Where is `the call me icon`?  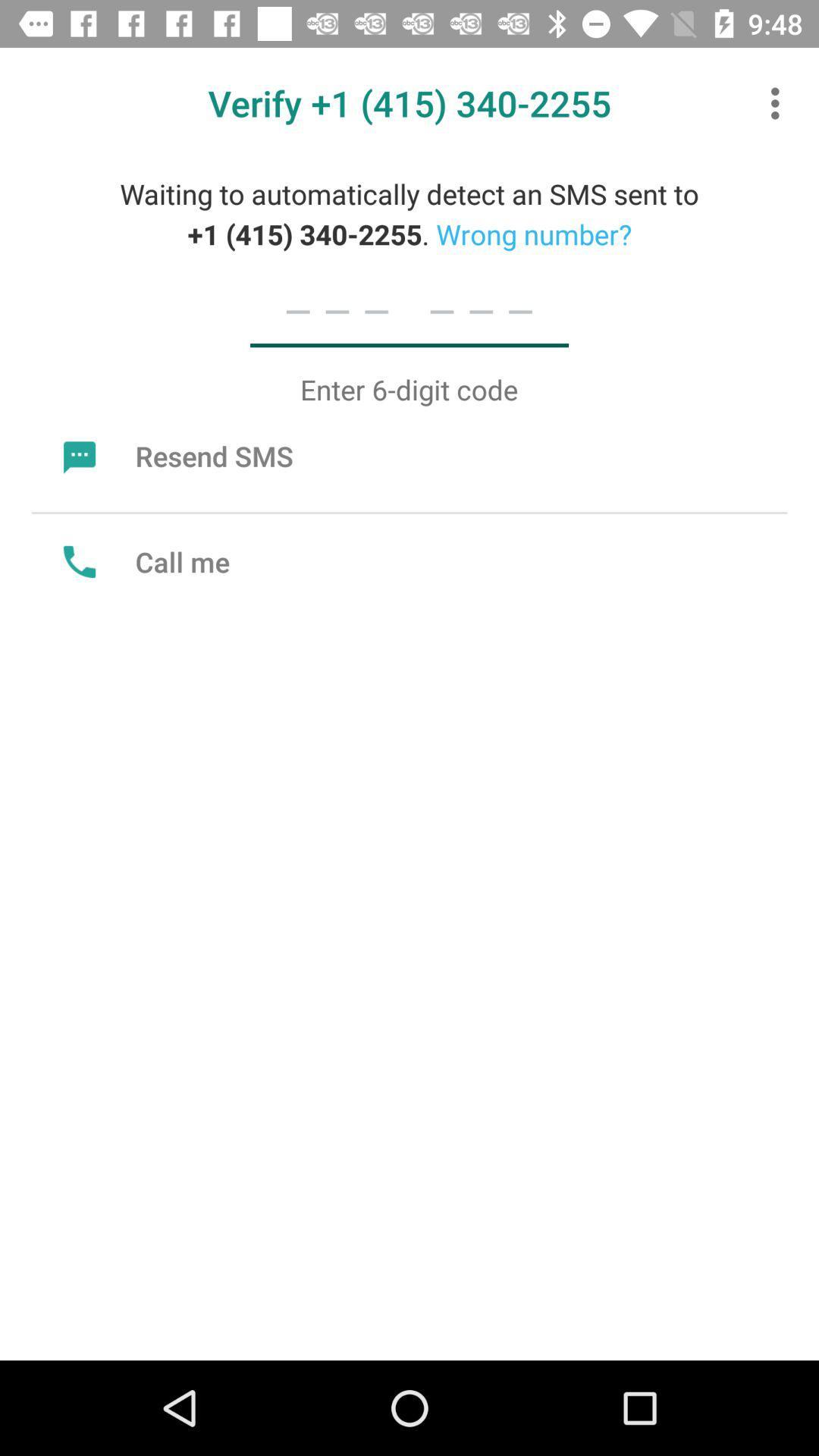 the call me icon is located at coordinates (143, 560).